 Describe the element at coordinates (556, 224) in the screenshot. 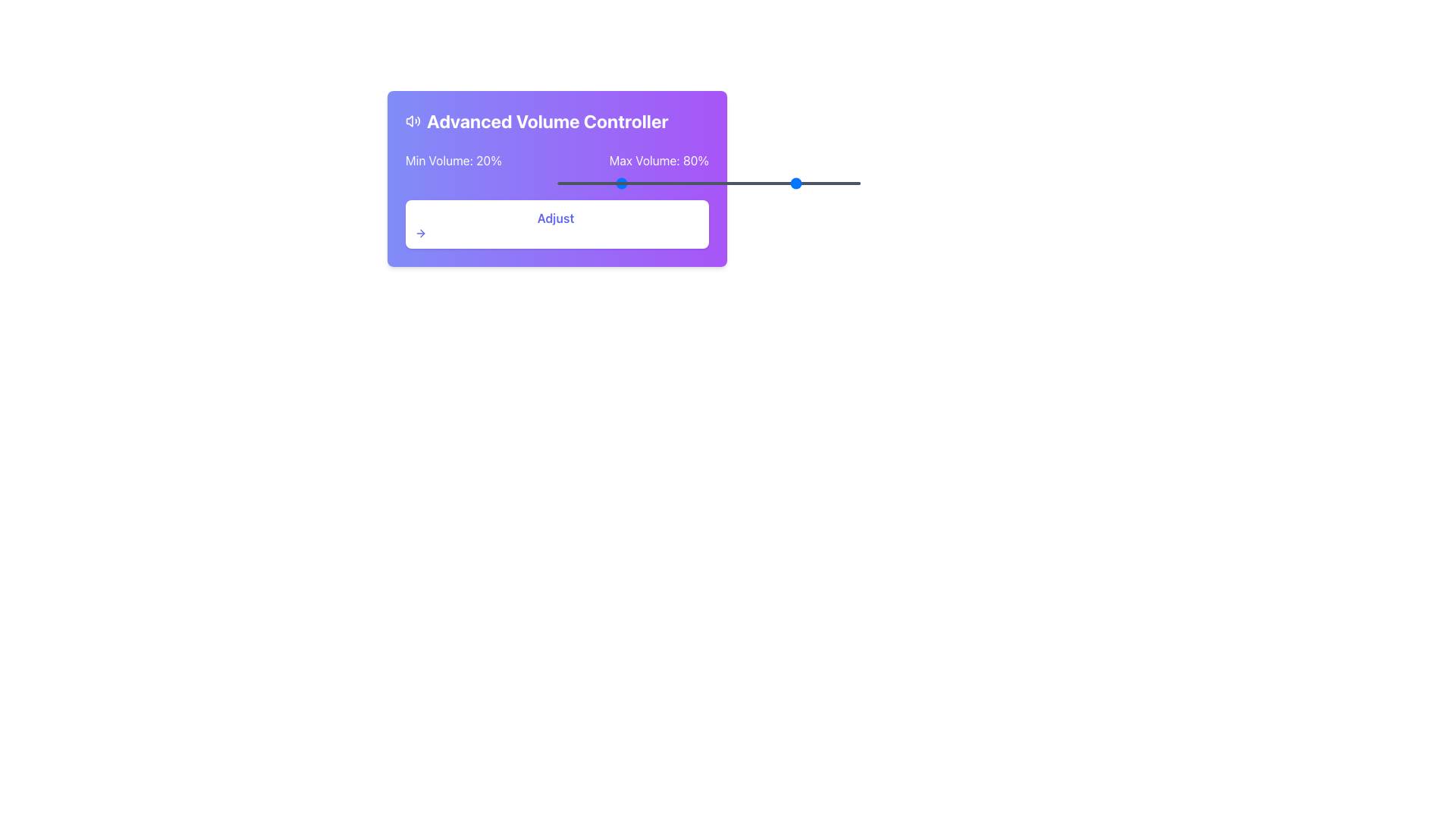

I see `the 'Adjust' button located within the 'Advanced Volume Controller'` at that location.